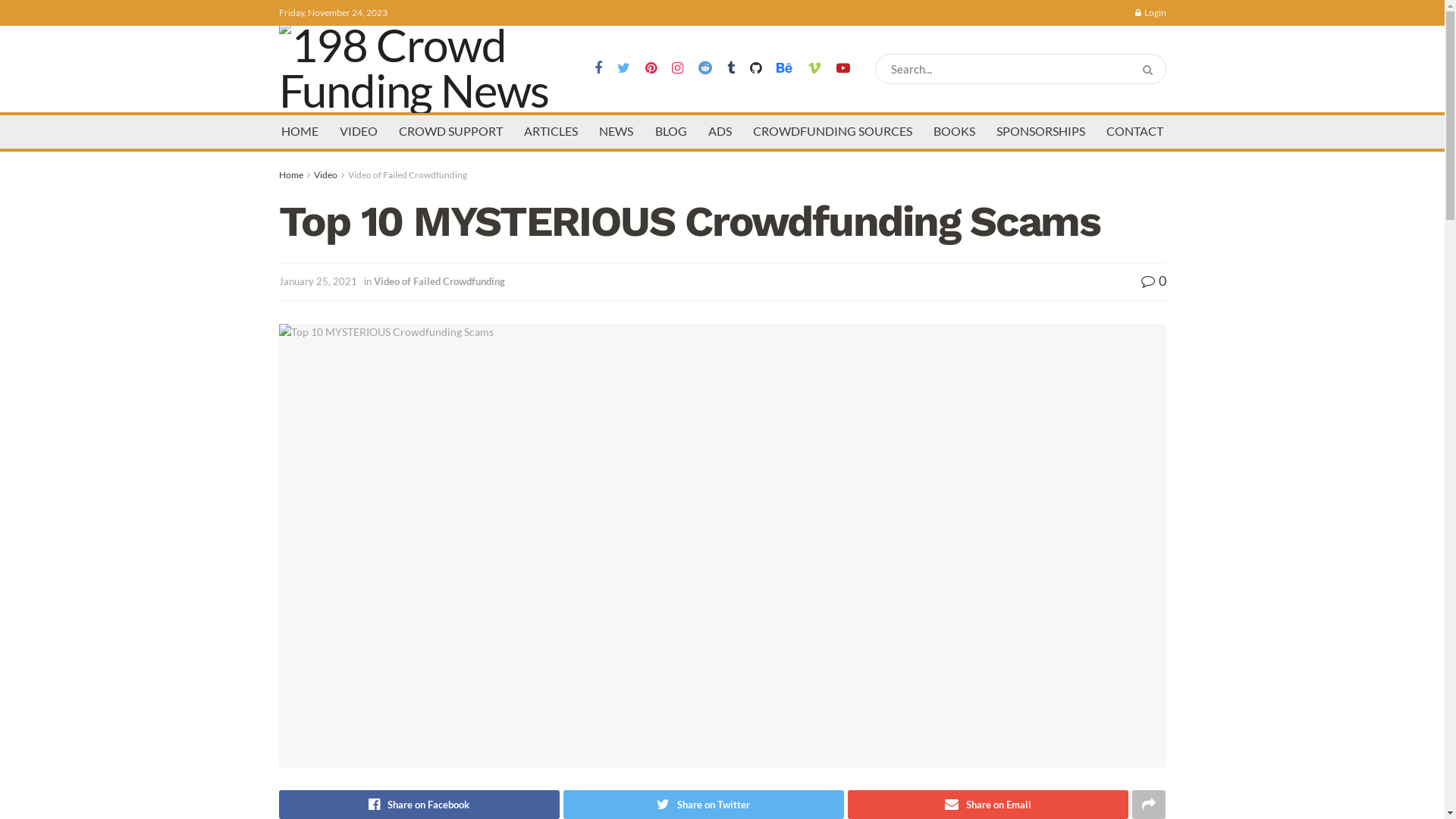 Image resolution: width=1456 pixels, height=819 pixels. I want to click on 'CROWDFUNDING SOURCES', so click(753, 130).